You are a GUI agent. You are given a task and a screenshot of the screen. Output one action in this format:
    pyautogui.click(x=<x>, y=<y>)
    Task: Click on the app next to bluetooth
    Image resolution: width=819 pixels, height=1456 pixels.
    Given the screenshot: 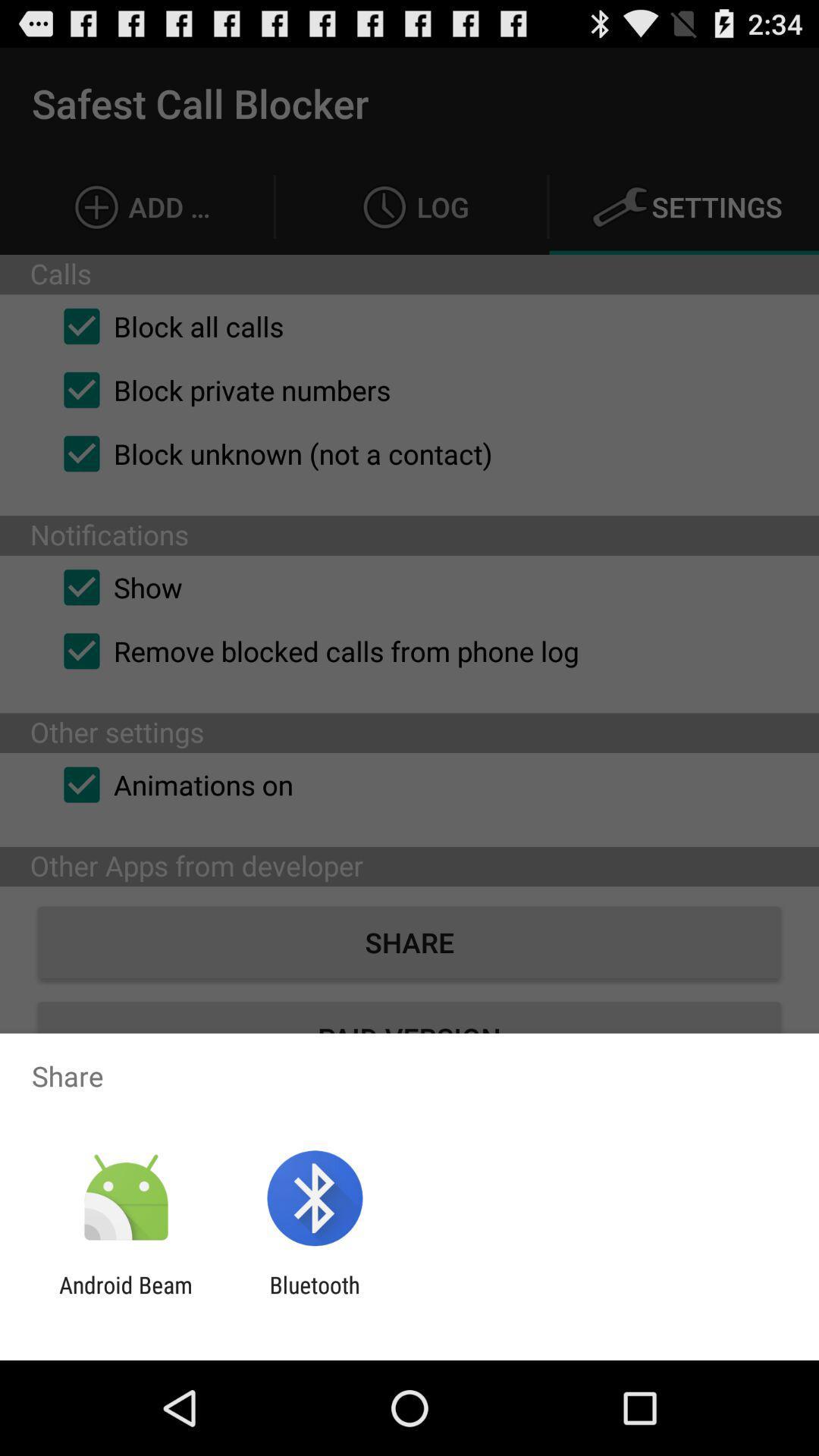 What is the action you would take?
    pyautogui.click(x=125, y=1298)
    